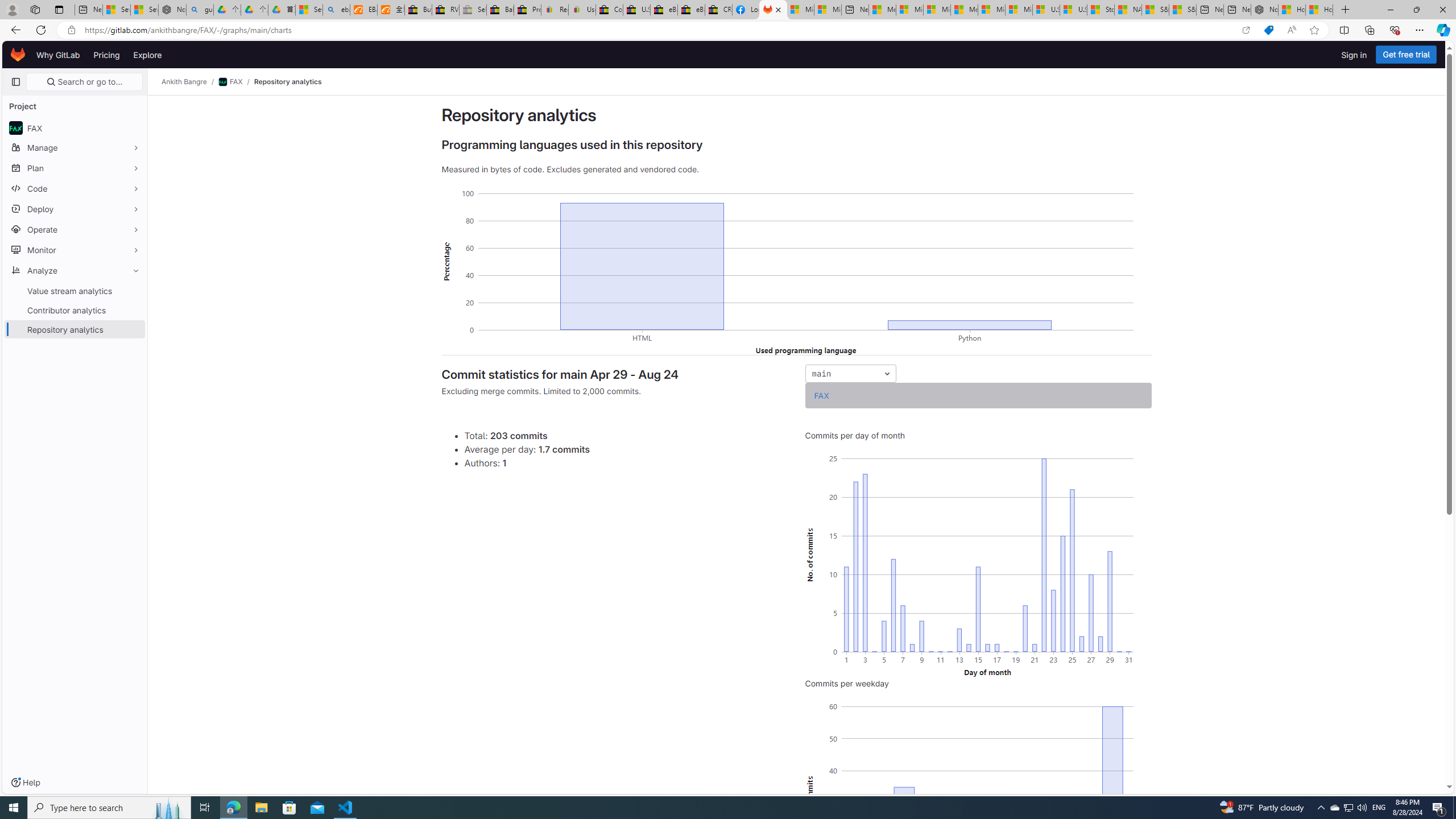 The image size is (1456, 819). Describe the element at coordinates (74, 209) in the screenshot. I see `'Deploy'` at that location.